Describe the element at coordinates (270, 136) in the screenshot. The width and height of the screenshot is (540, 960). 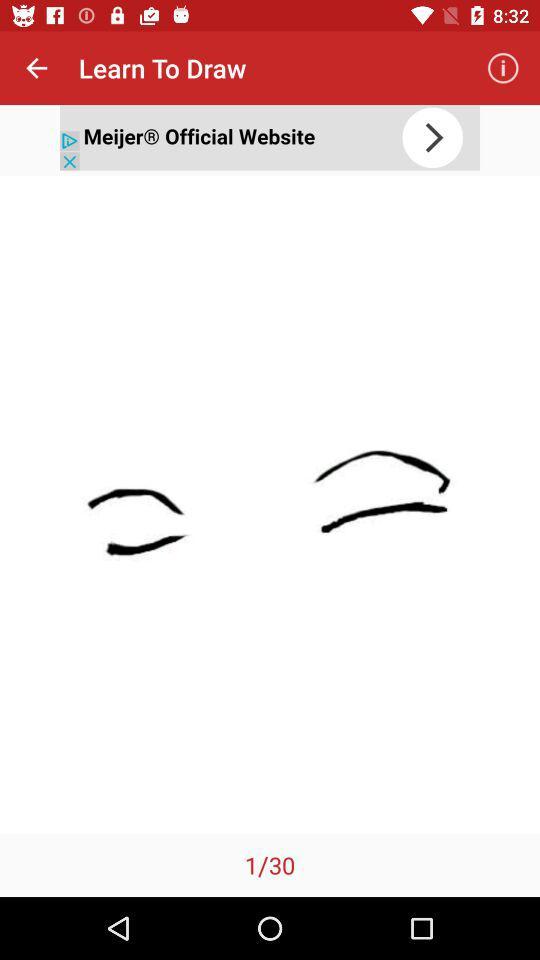
I see `advertisement` at that location.